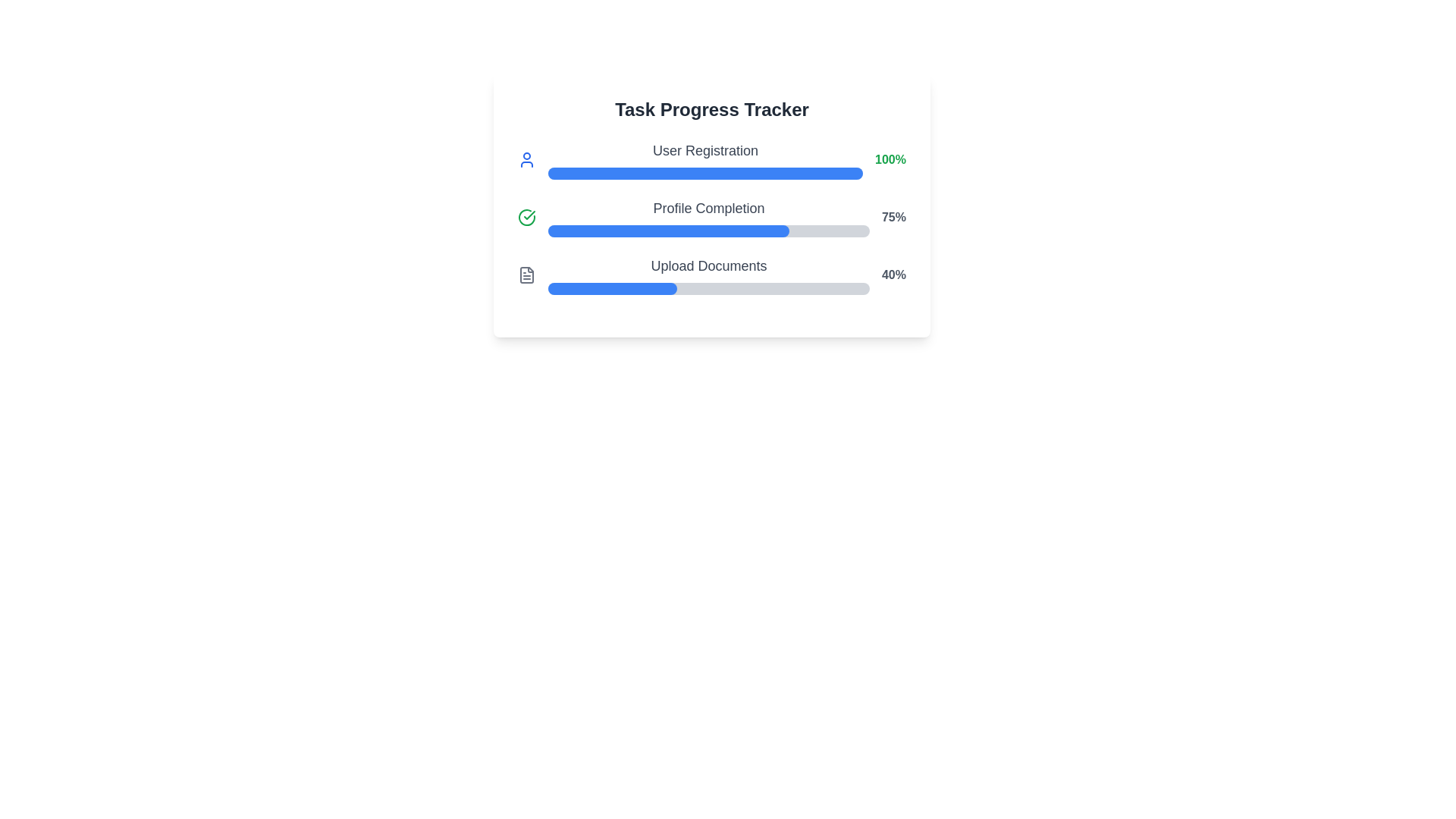 The image size is (1456, 819). I want to click on the icon representing the 'Upload Documents' task, located in the third row of the task tracker, adjacent to the progress bar, so click(527, 275).